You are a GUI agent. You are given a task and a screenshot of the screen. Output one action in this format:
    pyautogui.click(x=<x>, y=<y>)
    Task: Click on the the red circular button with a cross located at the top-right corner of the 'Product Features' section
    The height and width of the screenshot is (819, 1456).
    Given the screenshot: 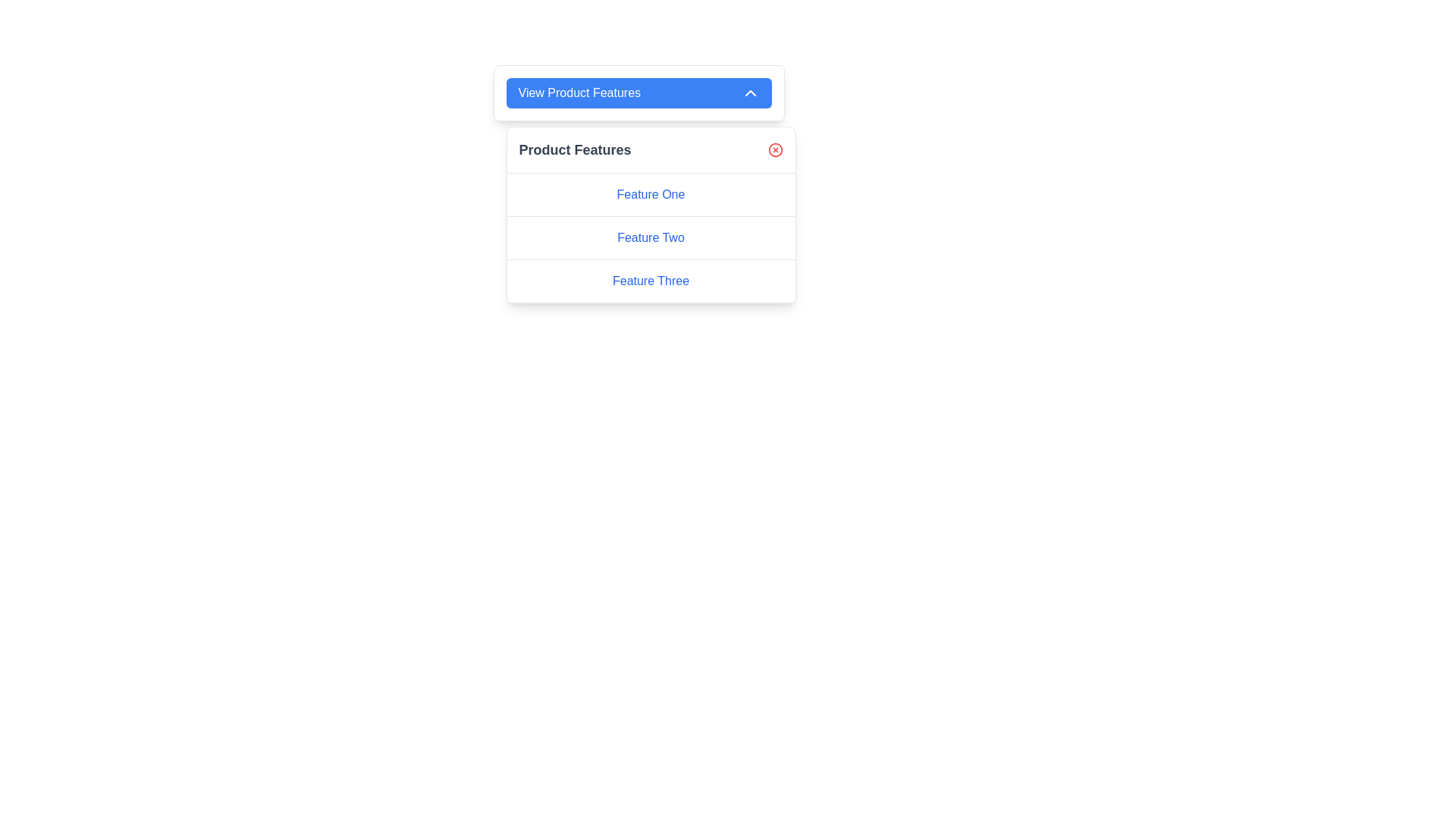 What is the action you would take?
    pyautogui.click(x=775, y=149)
    